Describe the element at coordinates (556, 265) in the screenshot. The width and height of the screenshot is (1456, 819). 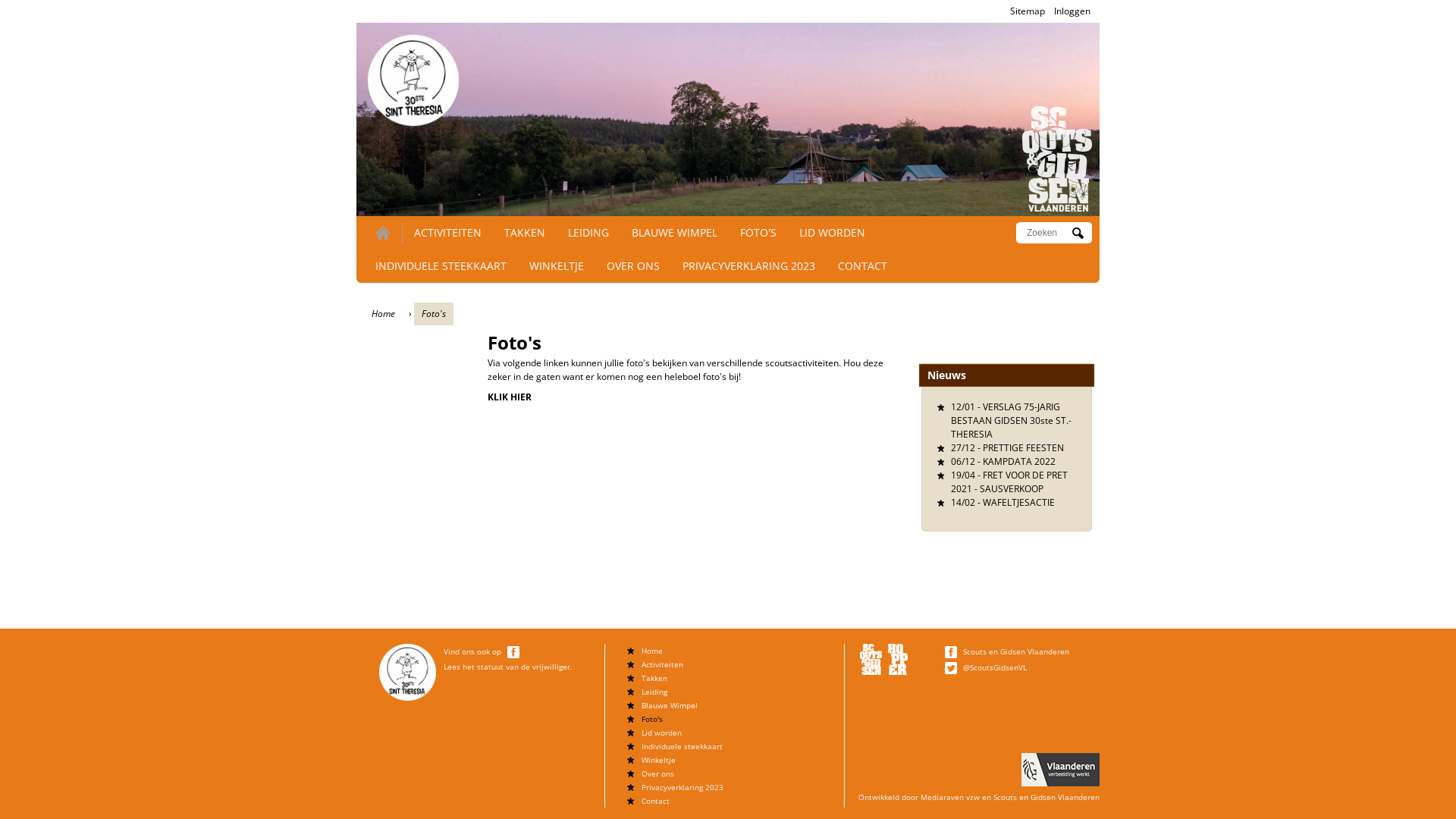
I see `'WINKELTJE'` at that location.